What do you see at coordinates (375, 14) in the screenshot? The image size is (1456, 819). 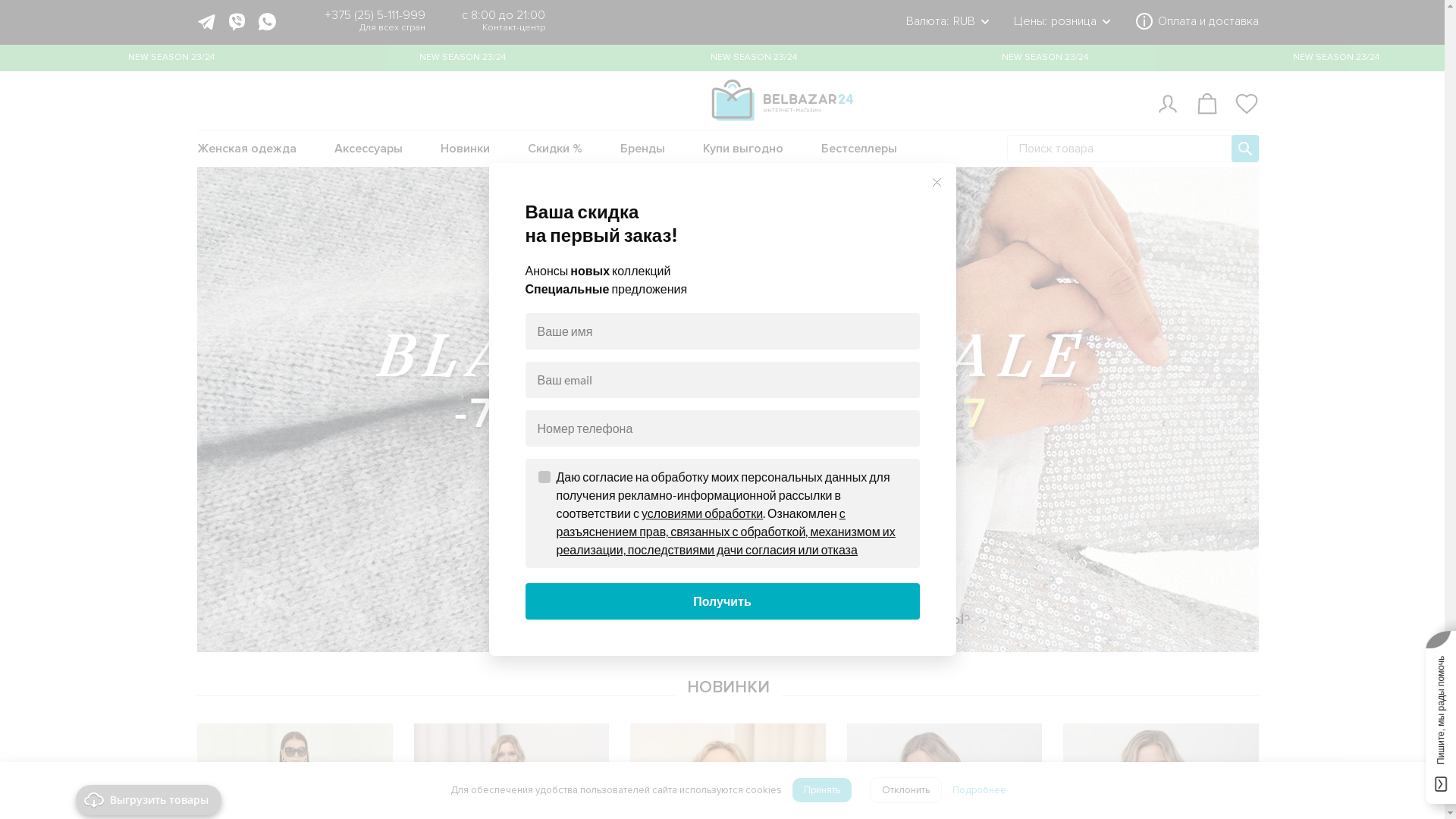 I see `'+375 (25) 5-111-999'` at bounding box center [375, 14].